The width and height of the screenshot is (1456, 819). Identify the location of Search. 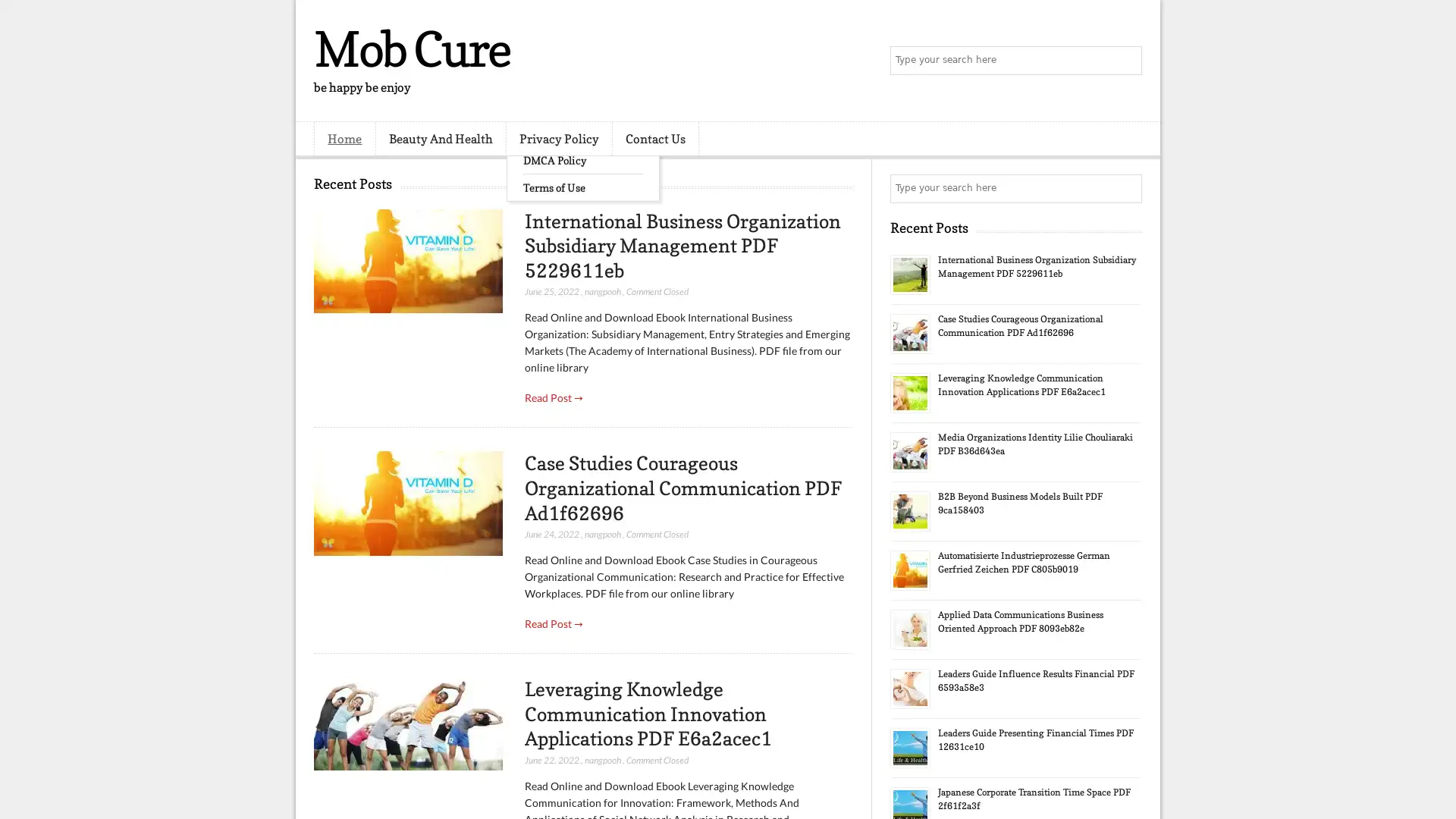
(1126, 61).